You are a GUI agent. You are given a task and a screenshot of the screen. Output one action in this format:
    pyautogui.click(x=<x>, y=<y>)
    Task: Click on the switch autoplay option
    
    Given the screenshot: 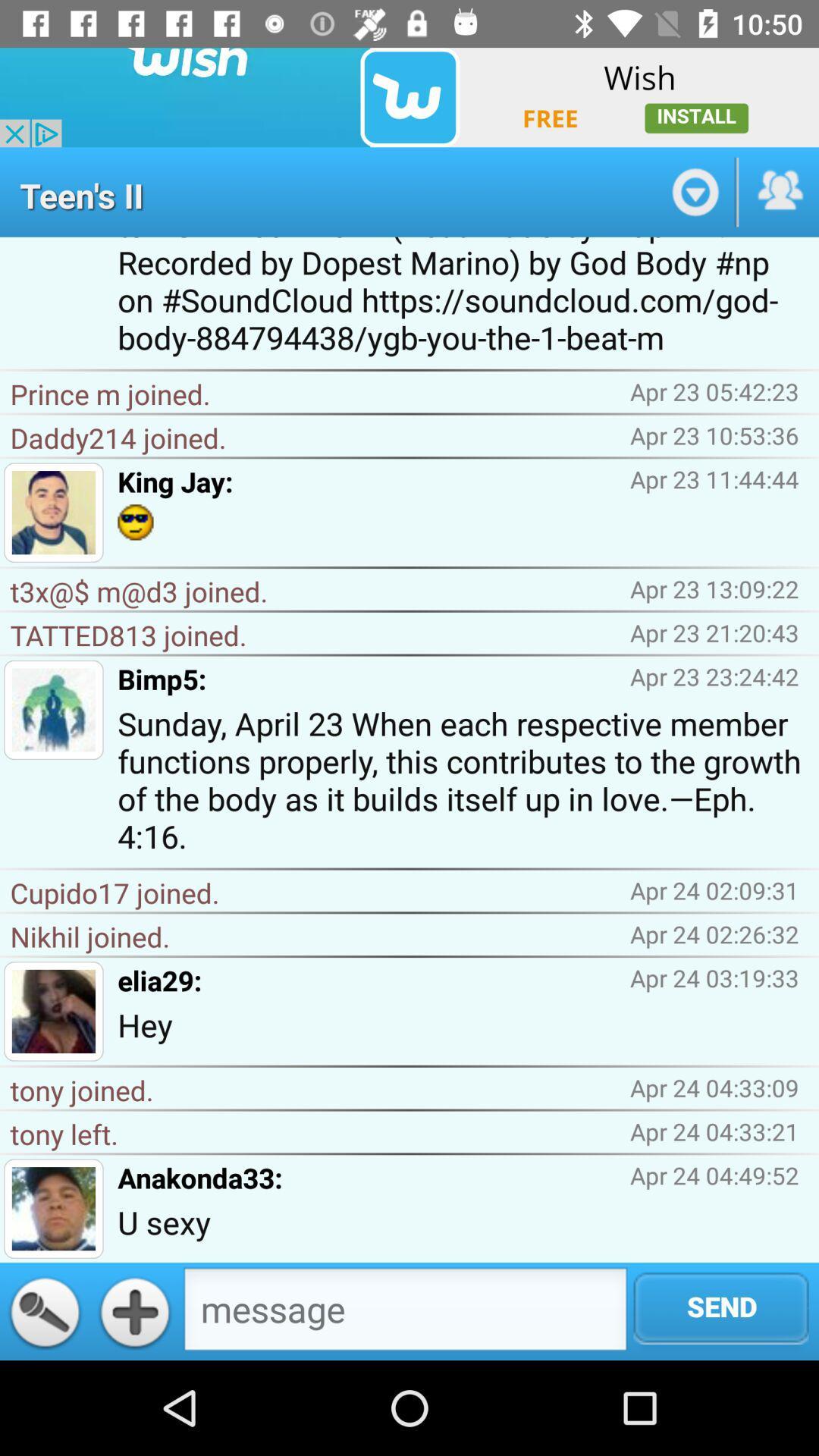 What is the action you would take?
    pyautogui.click(x=694, y=191)
    